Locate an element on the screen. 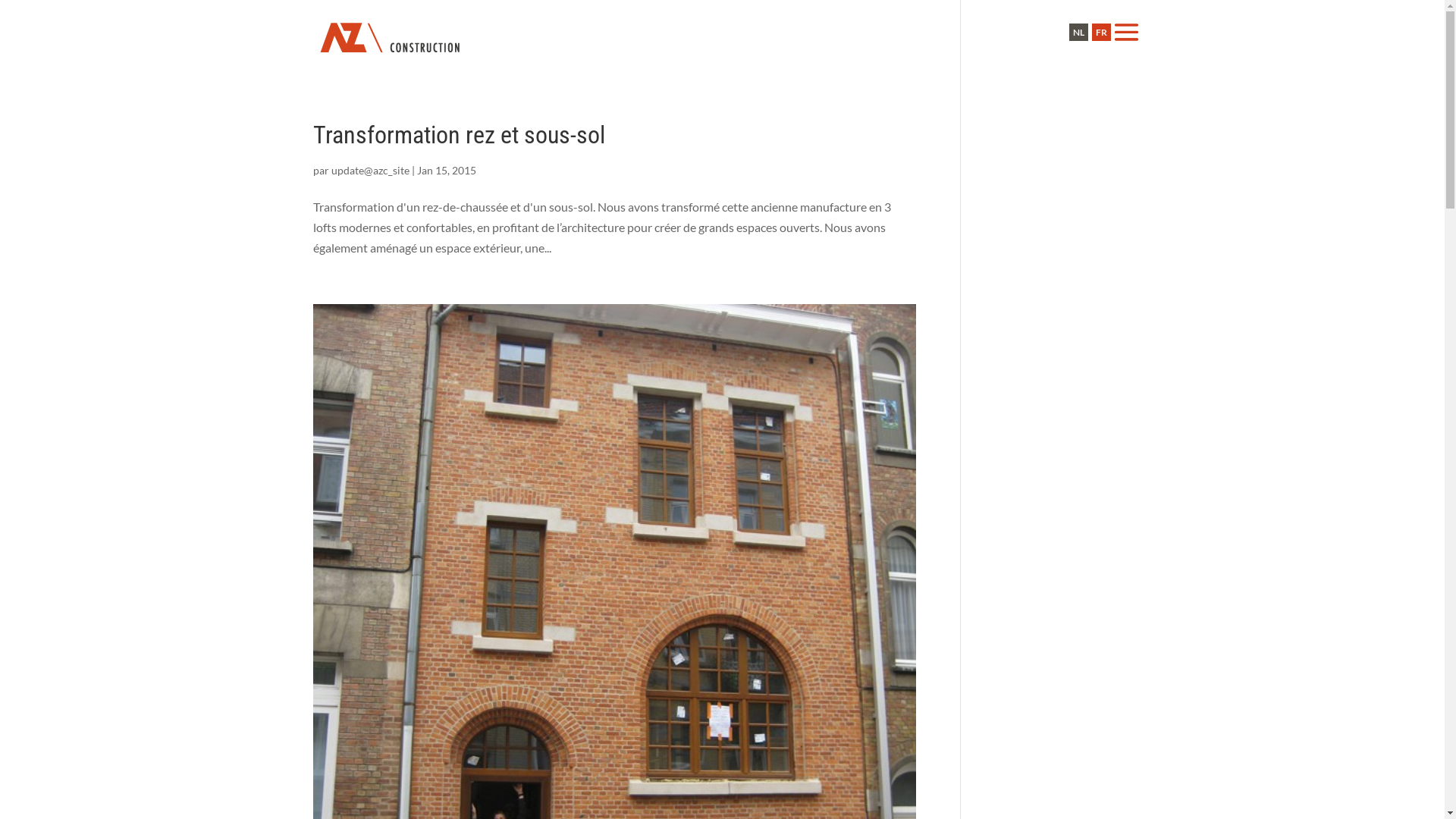 The image size is (1456, 819). 'NL' is located at coordinates (1068, 32).